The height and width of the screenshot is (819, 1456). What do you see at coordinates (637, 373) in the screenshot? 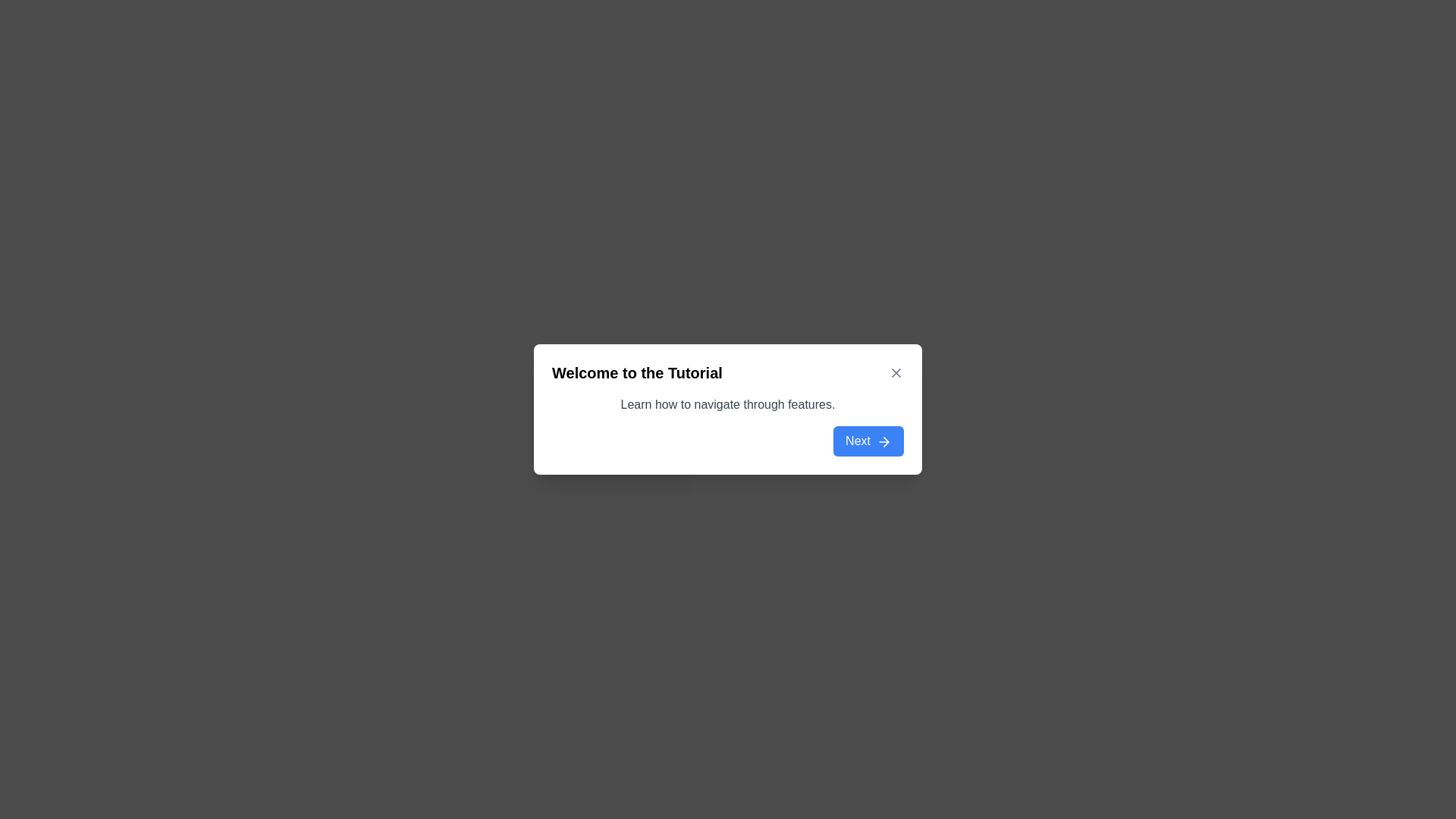
I see `the 'Welcome to the Tutorial' heading text element, which is styled in bold and slightly larger font size, located in the upper section of the white dialog box` at bounding box center [637, 373].